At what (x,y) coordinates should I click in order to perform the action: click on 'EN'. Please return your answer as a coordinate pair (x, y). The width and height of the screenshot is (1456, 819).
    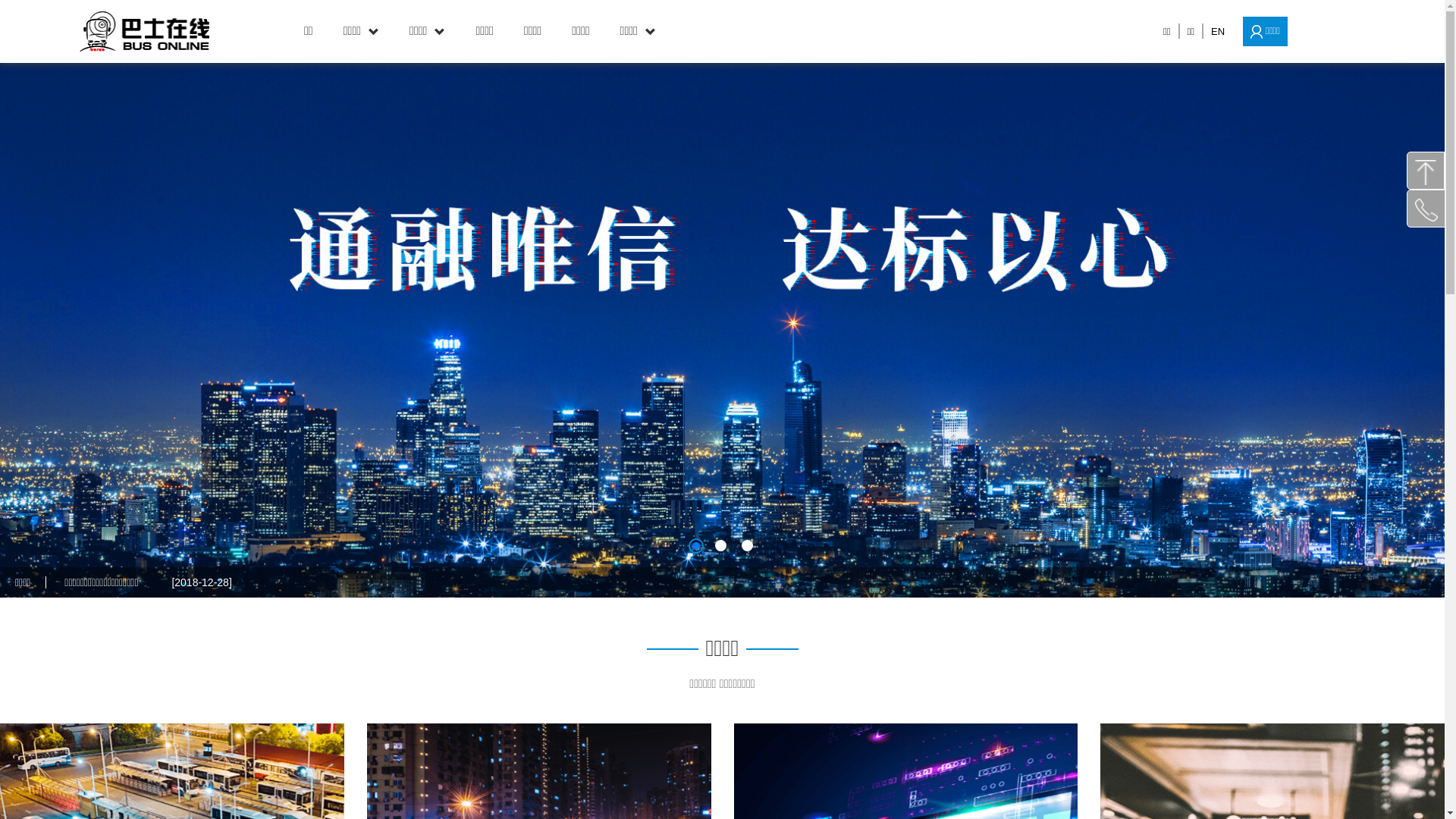
    Looking at the image, I should click on (1218, 31).